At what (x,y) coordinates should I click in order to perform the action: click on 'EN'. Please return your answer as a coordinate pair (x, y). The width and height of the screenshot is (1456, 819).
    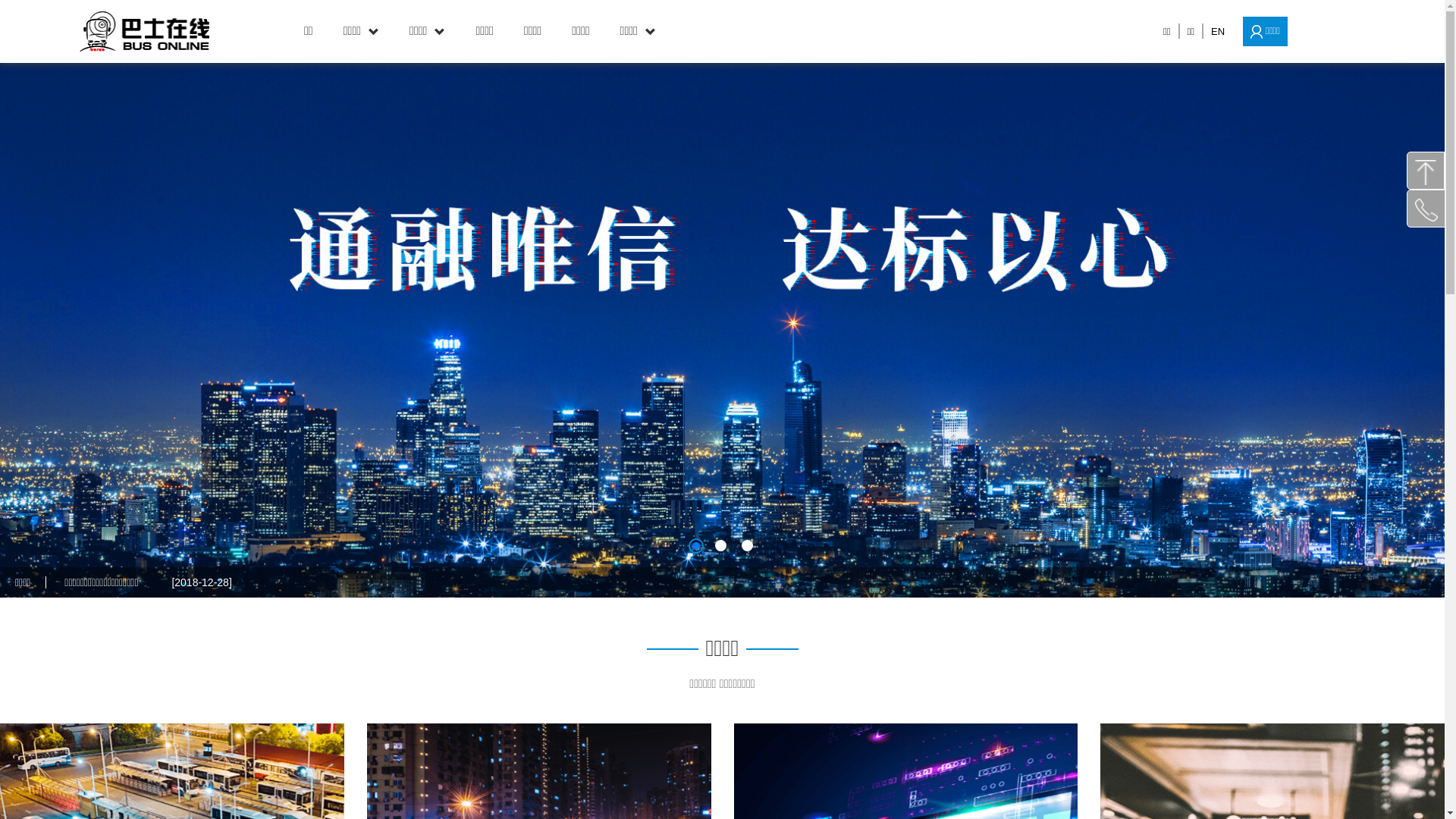
    Looking at the image, I should click on (1218, 31).